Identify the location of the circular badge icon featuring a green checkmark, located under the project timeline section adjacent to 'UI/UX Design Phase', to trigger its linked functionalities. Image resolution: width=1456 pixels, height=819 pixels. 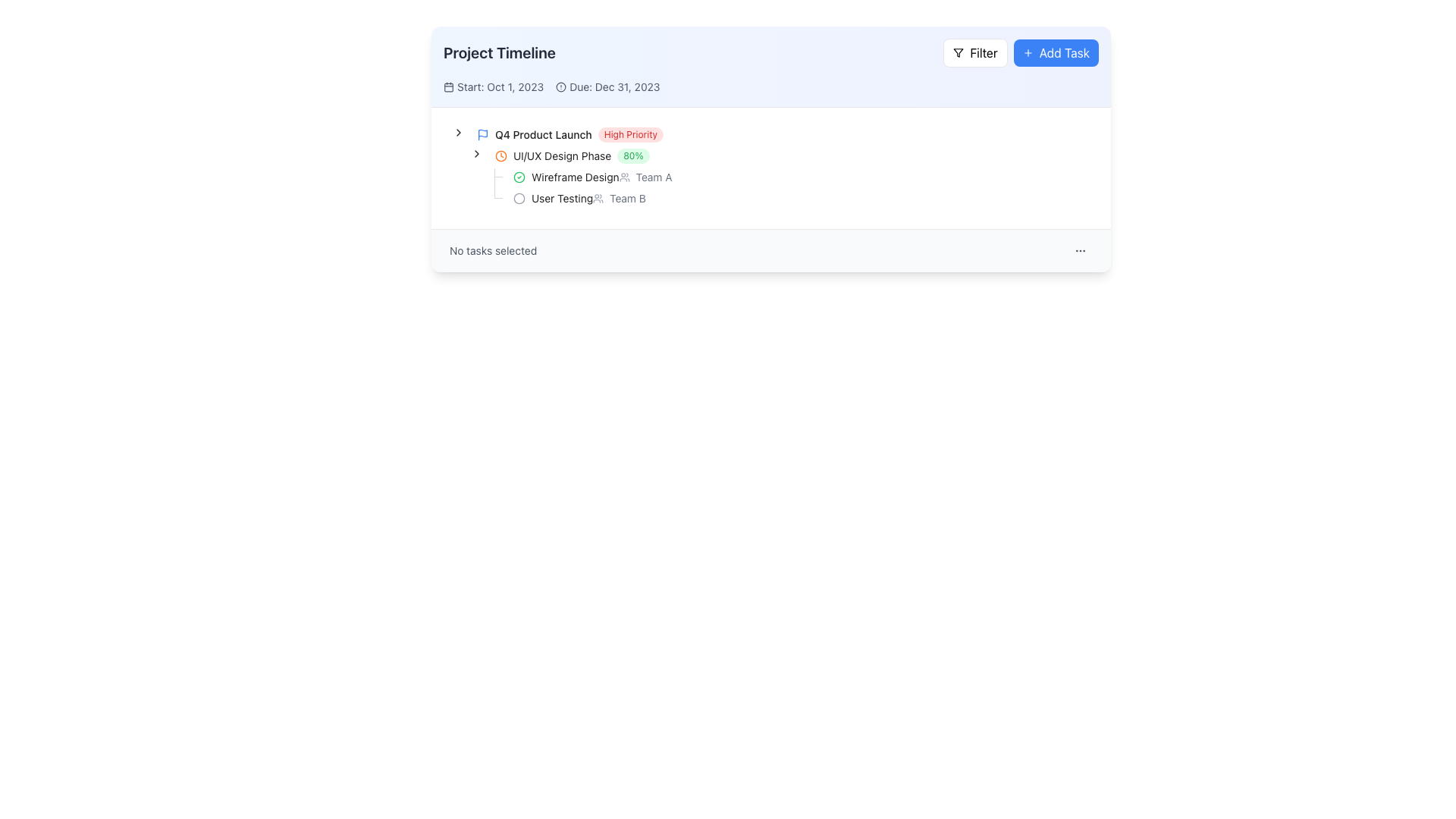
(519, 177).